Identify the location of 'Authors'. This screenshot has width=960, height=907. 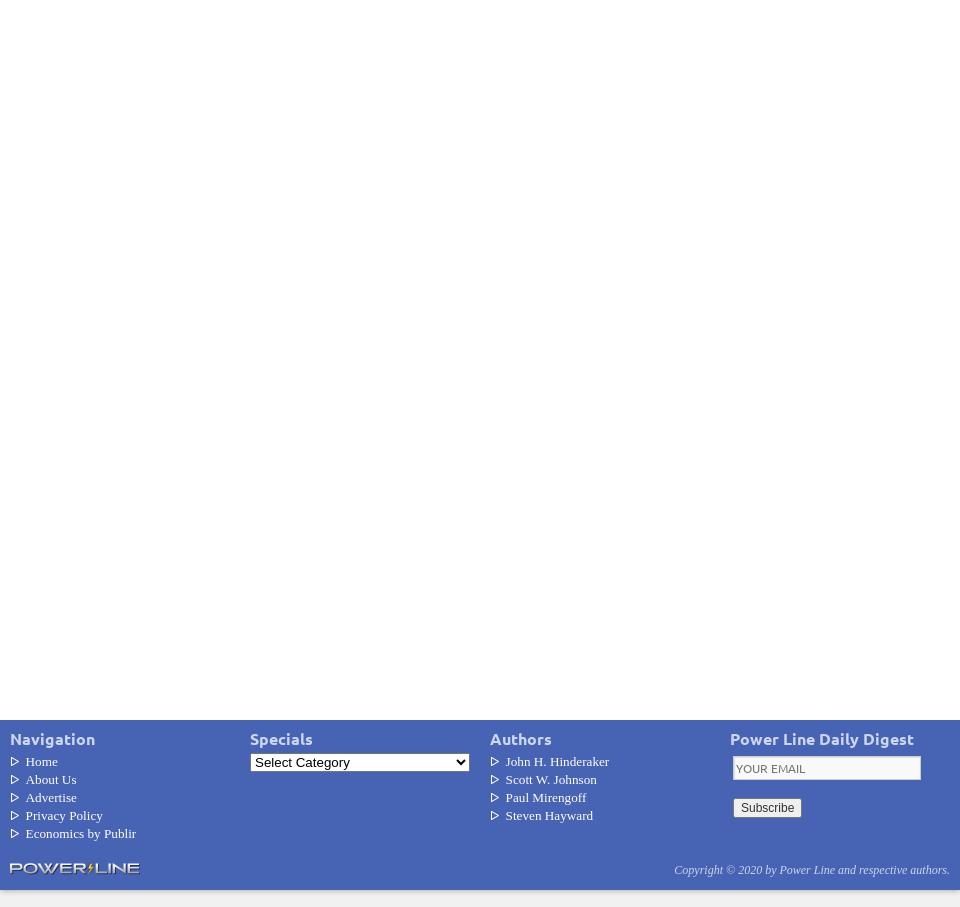
(519, 737).